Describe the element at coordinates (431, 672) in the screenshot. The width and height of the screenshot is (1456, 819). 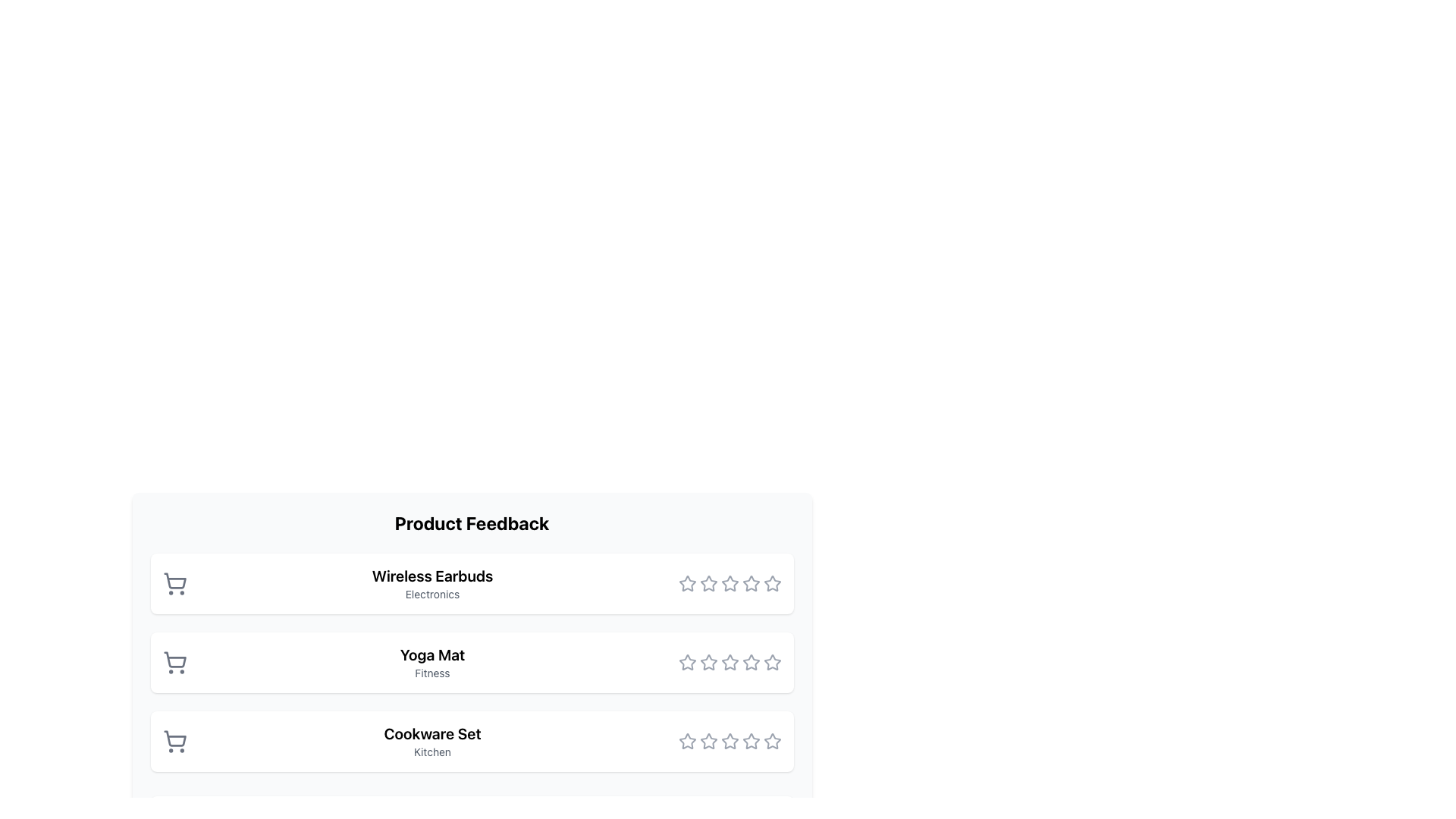
I see `the 'Fitness' text label, which is styled in gray and positioned below the 'Yoga Mat' title as part of a descriptor block` at that location.